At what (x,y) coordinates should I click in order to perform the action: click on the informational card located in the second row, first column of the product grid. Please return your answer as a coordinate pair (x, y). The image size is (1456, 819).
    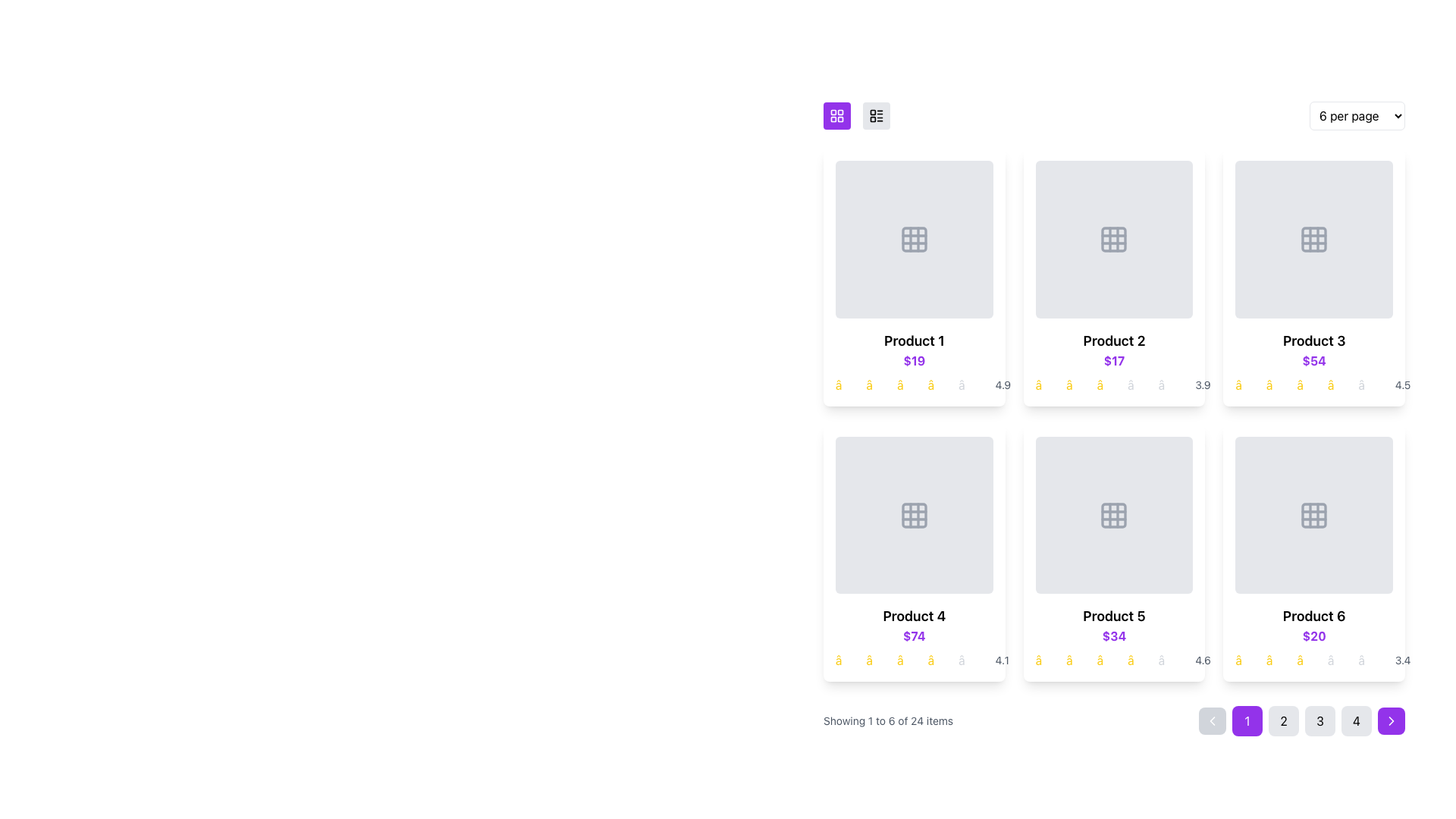
    Looking at the image, I should click on (913, 553).